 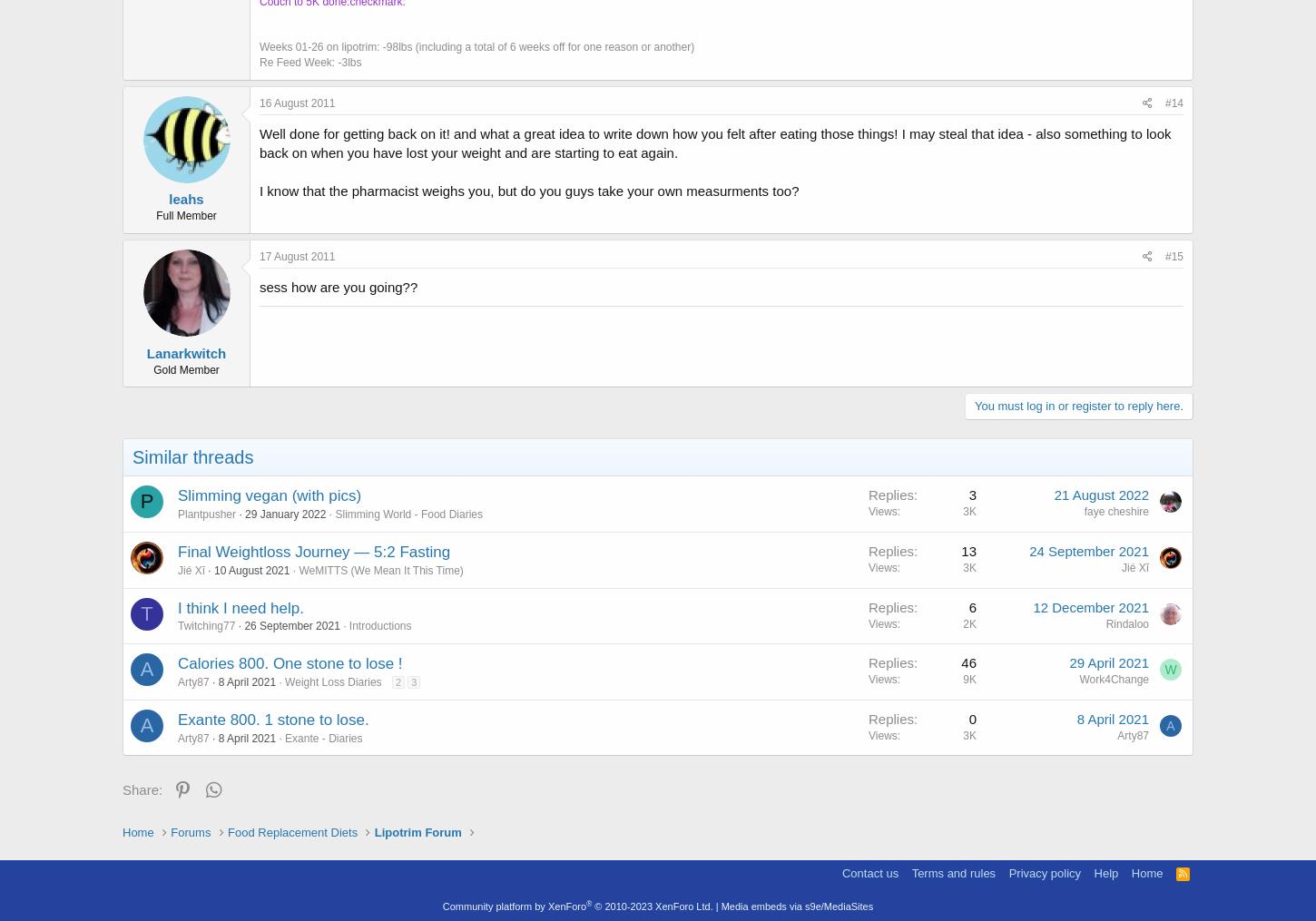 I want to click on 'Plantpusher', so click(x=205, y=514).